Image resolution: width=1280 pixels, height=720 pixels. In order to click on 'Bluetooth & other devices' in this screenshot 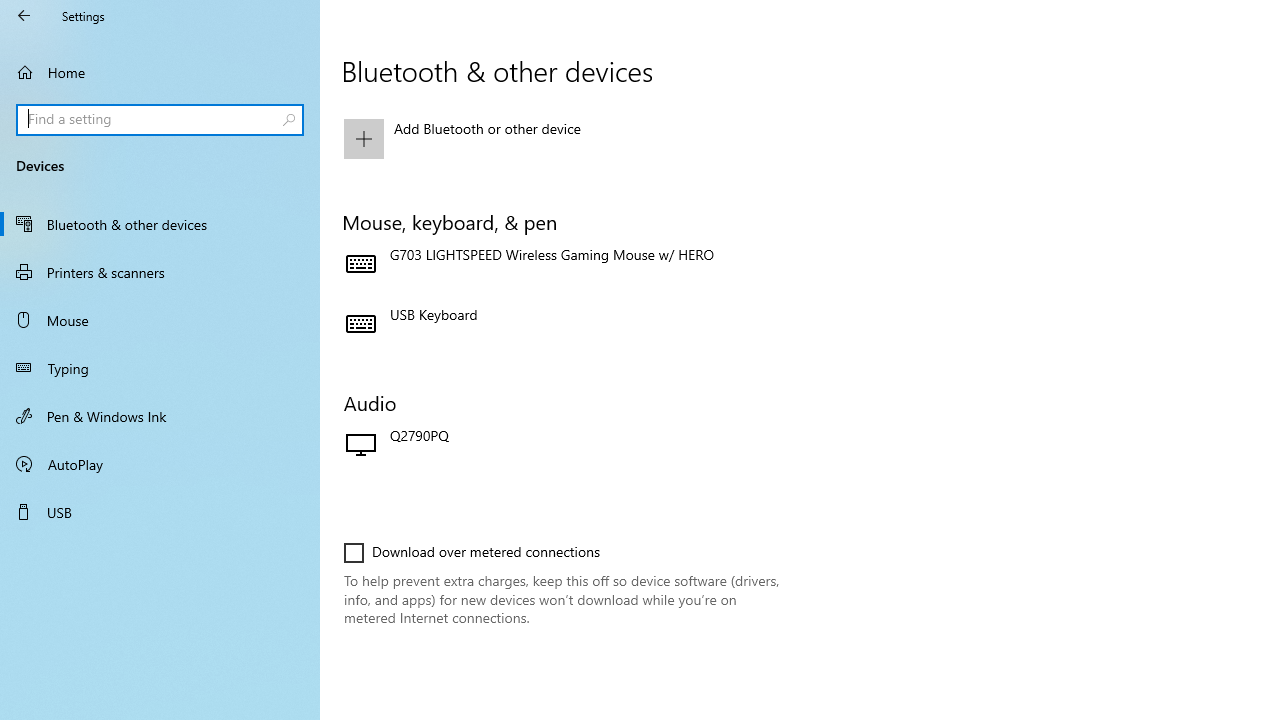, I will do `click(160, 223)`.